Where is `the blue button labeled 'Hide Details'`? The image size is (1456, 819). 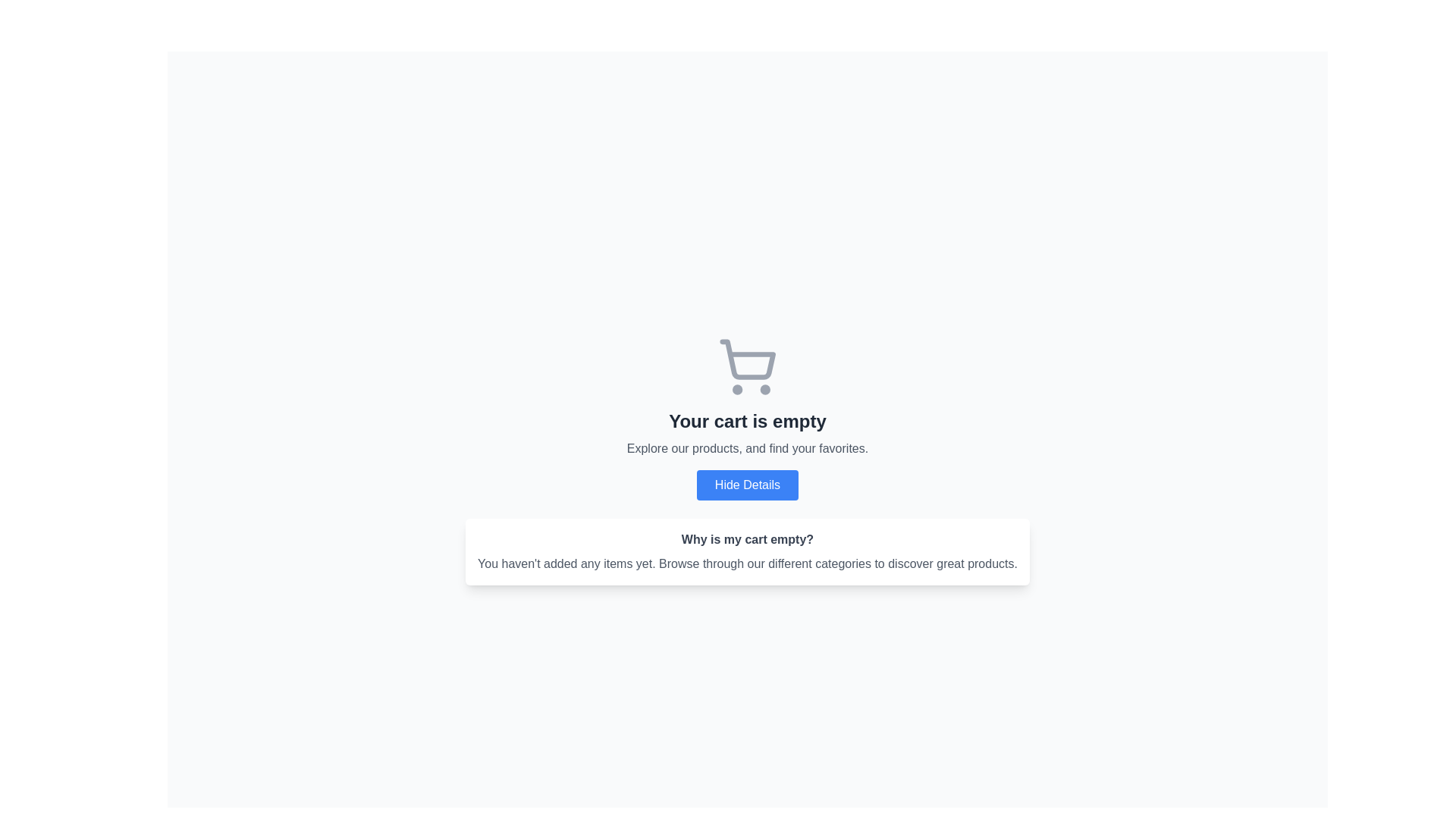 the blue button labeled 'Hide Details' is located at coordinates (747, 485).